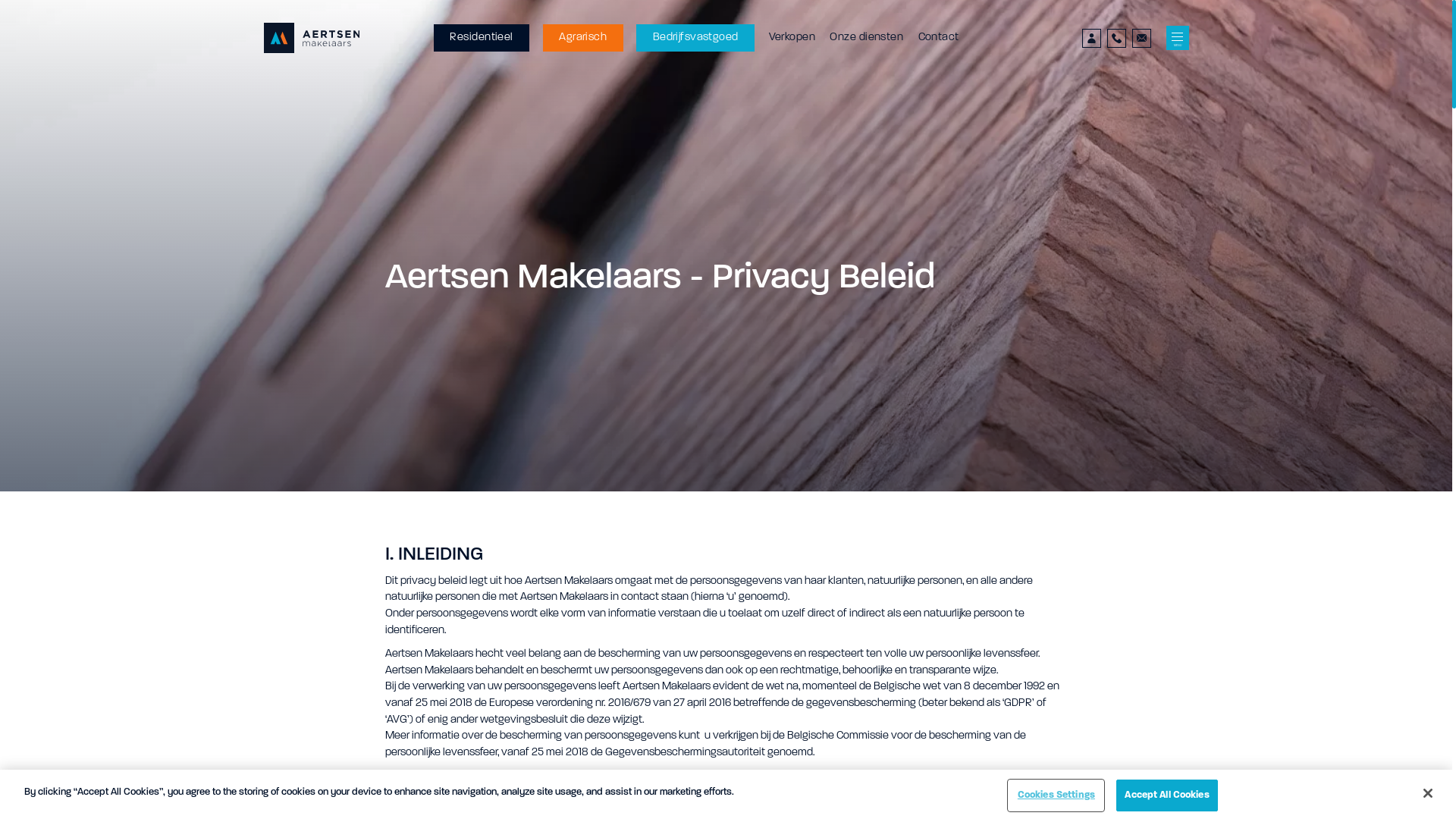 Image resolution: width=1456 pixels, height=819 pixels. I want to click on 'Residentieel', so click(480, 37).